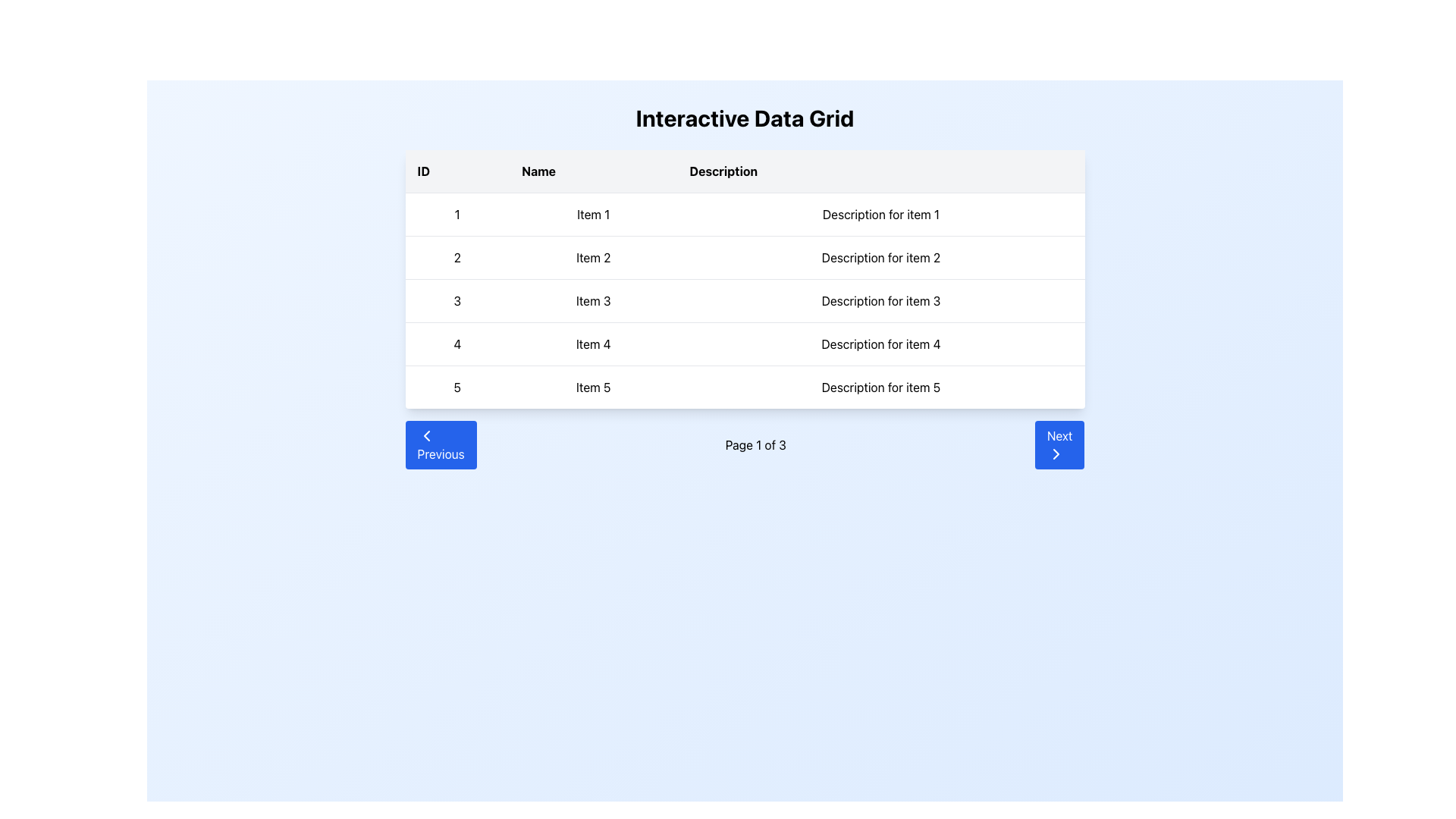 Image resolution: width=1456 pixels, height=819 pixels. I want to click on text content of the table cell containing 'Description for item 5', located in the third column of the fifth row of the table, so click(880, 386).